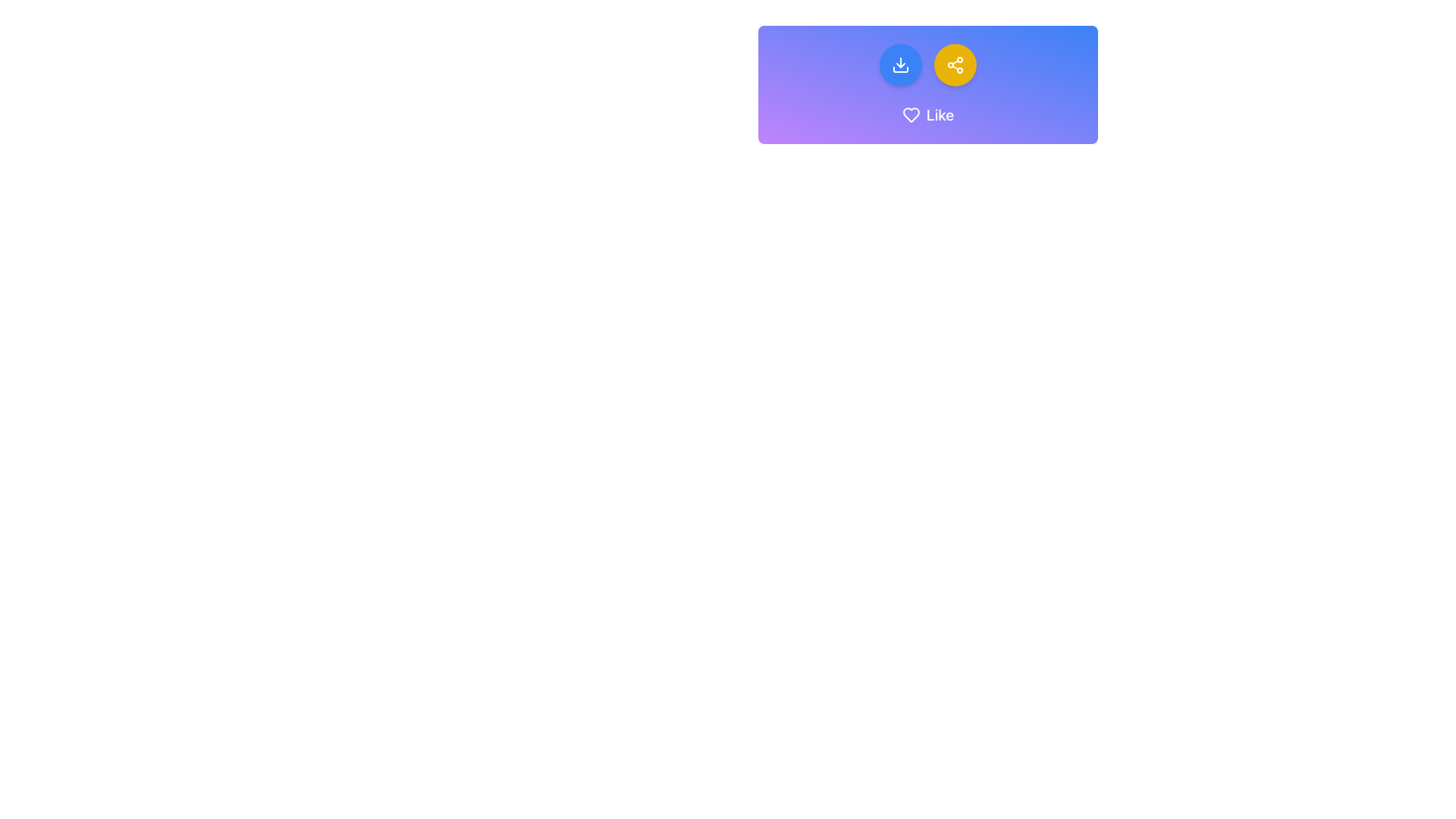 Image resolution: width=1456 pixels, height=819 pixels. I want to click on the heart icon representing the 'like' or 'favorite' functionality, located at the top center of the interface, so click(910, 114).